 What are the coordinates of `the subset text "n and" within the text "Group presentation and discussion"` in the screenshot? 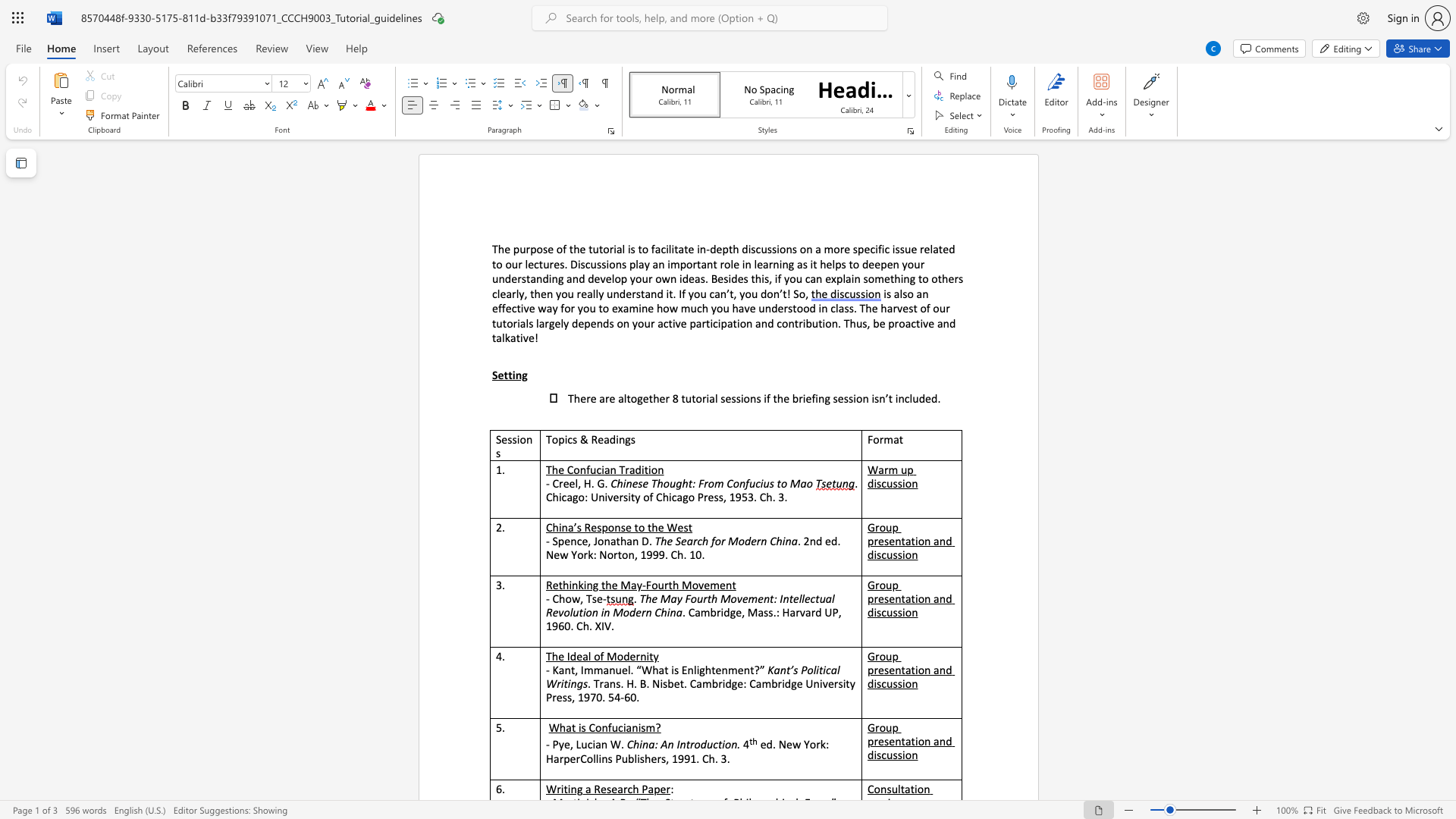 It's located at (924, 598).